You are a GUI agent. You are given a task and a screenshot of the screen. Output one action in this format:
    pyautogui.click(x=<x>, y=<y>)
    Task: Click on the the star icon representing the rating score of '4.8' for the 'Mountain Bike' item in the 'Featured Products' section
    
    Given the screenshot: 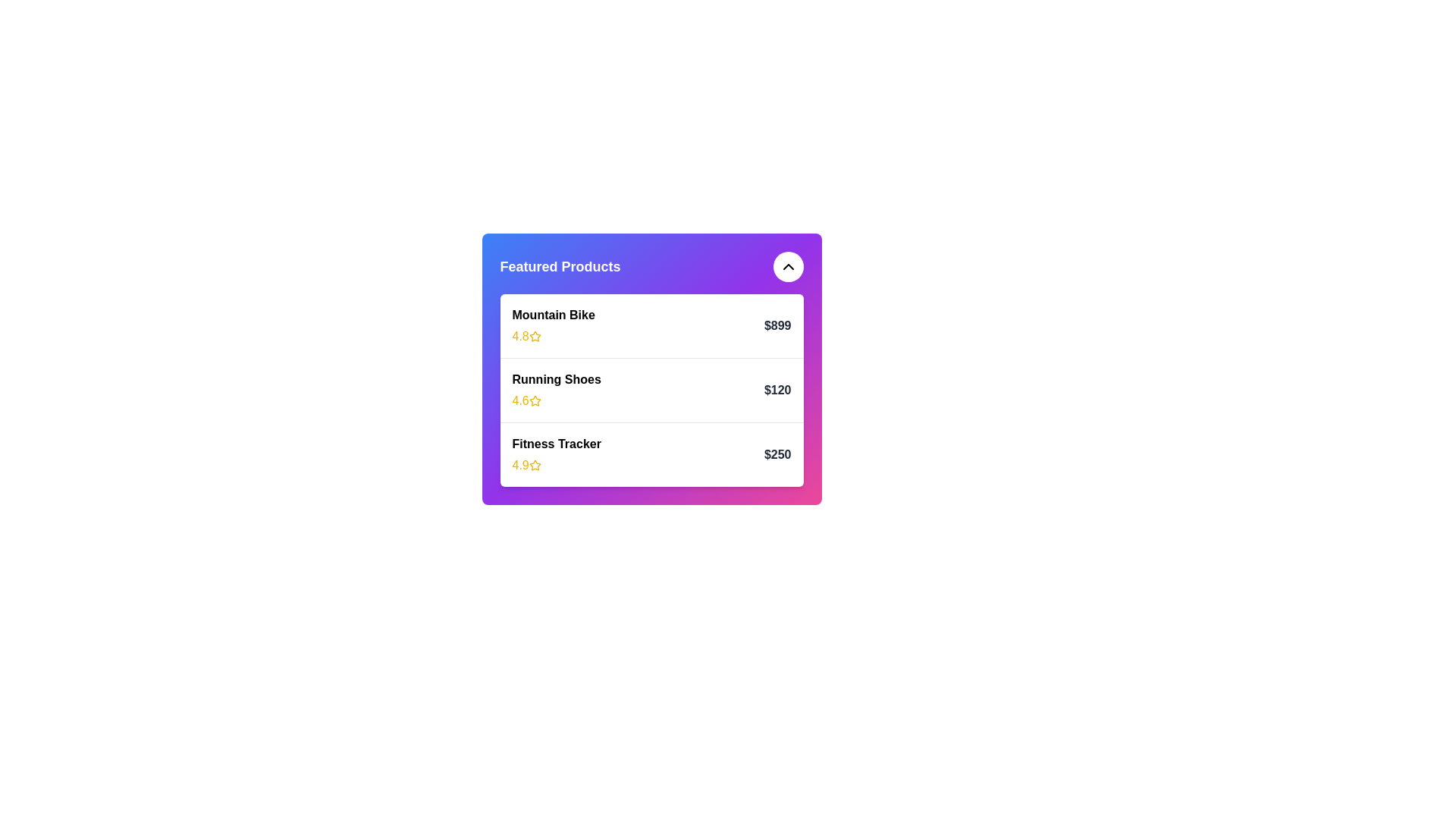 What is the action you would take?
    pyautogui.click(x=535, y=335)
    